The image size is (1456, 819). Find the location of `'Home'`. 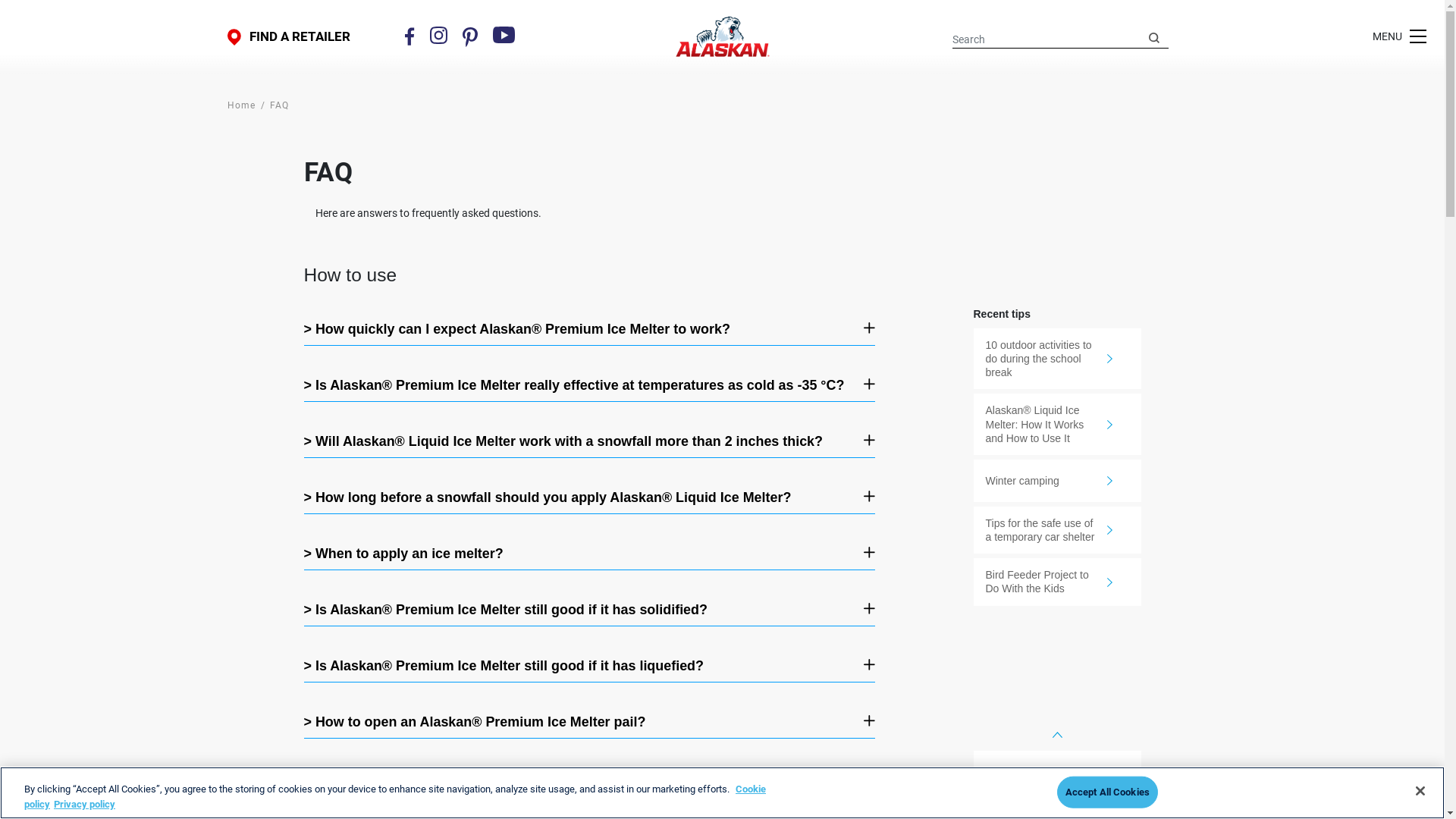

'Home' is located at coordinates (240, 104).